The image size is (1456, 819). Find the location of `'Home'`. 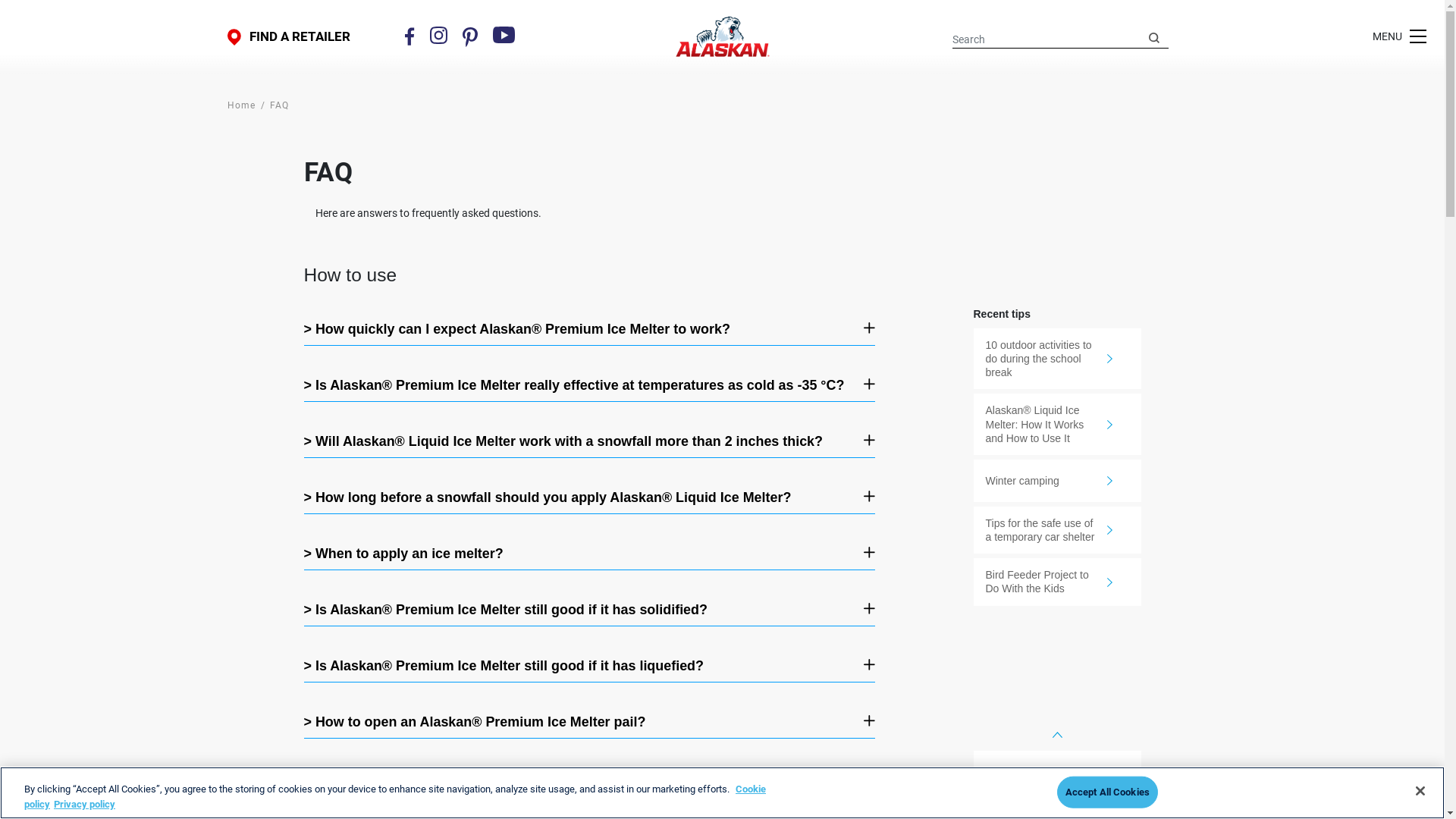

'Home' is located at coordinates (240, 104).